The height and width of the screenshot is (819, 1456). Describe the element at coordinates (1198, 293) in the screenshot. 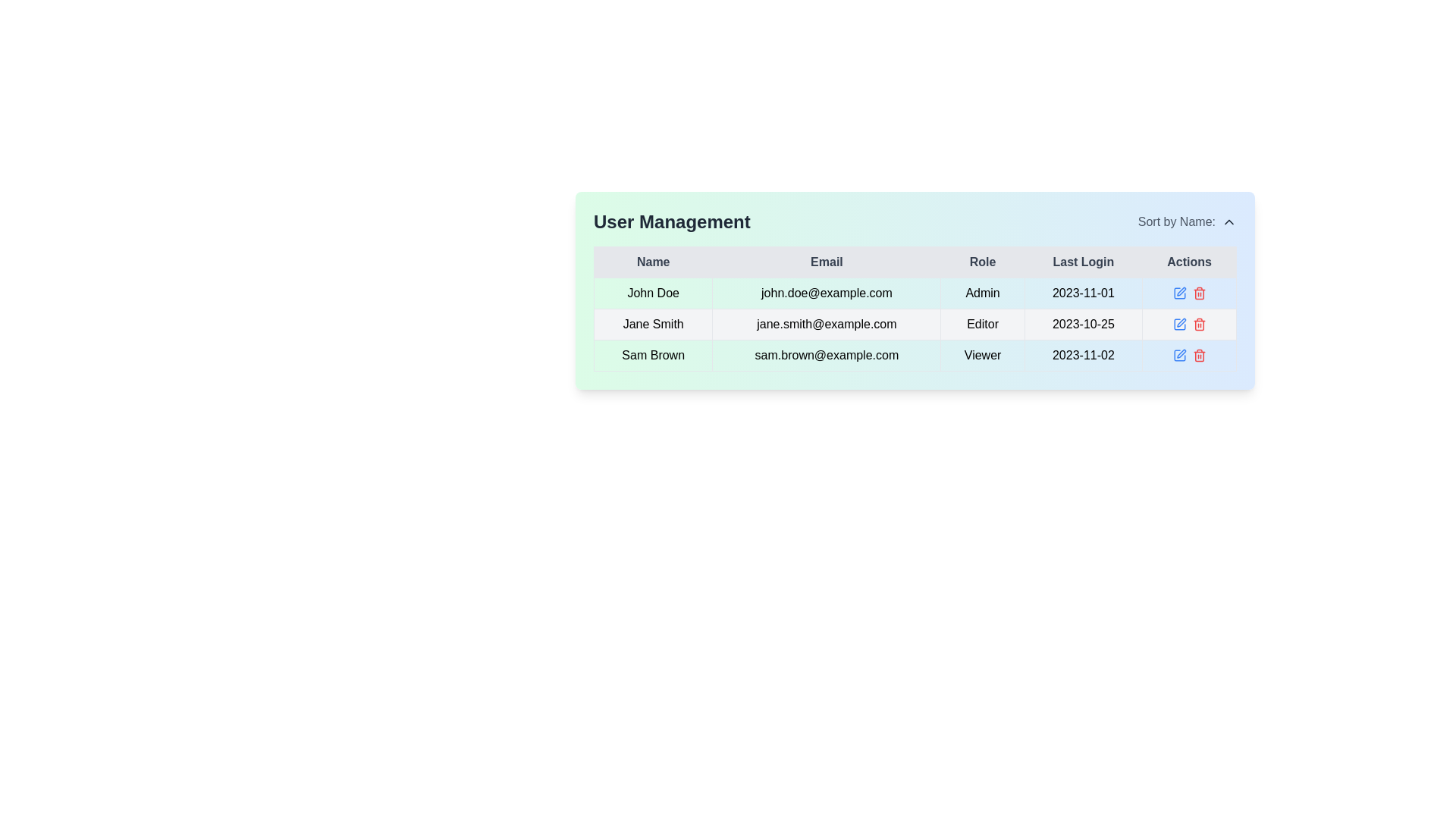

I see `the delete button located in the 'Actions' column of the second row of the table to possibly display a tooltip` at that location.